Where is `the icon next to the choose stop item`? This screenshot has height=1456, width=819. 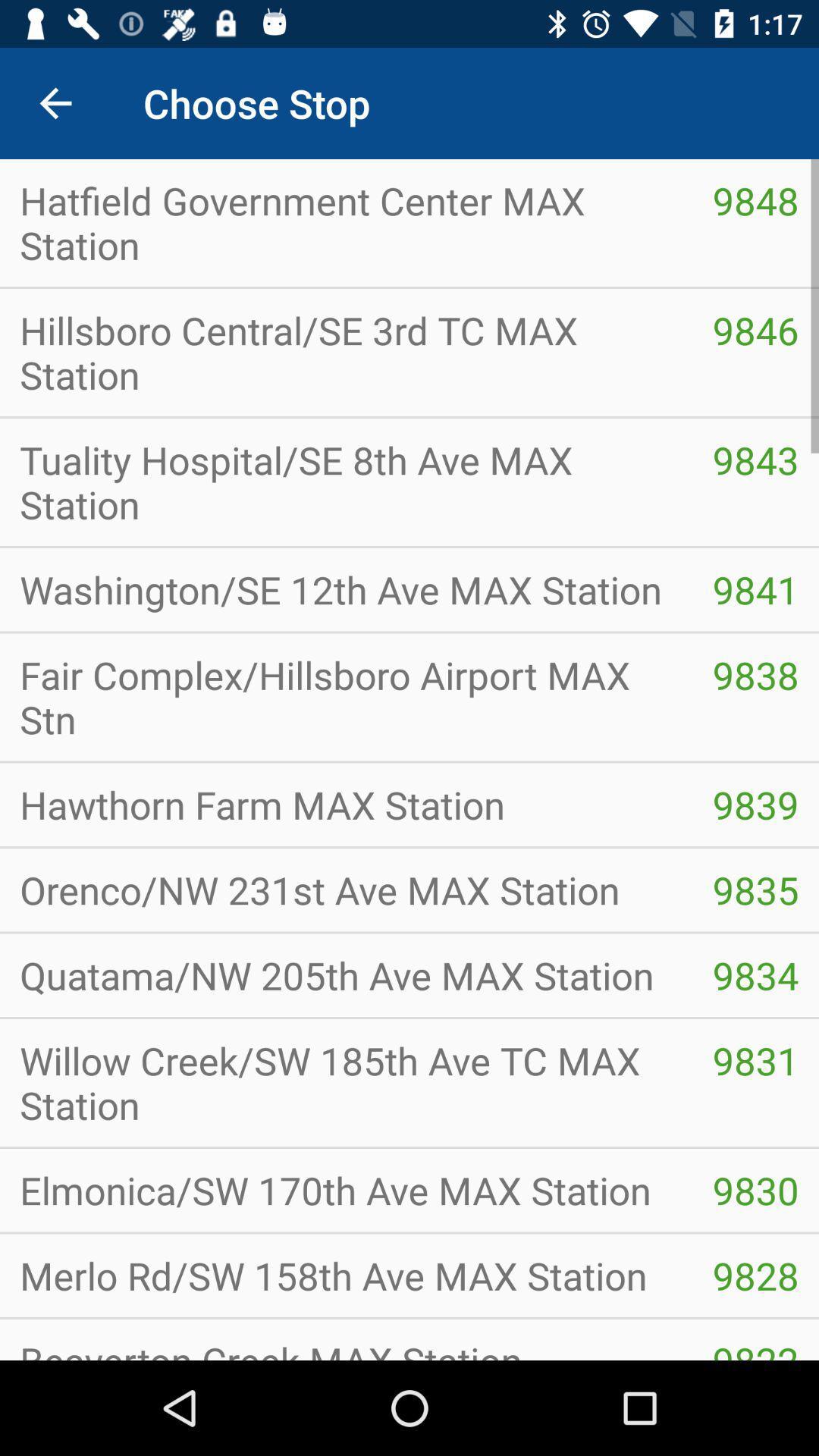 the icon next to the choose stop item is located at coordinates (55, 102).